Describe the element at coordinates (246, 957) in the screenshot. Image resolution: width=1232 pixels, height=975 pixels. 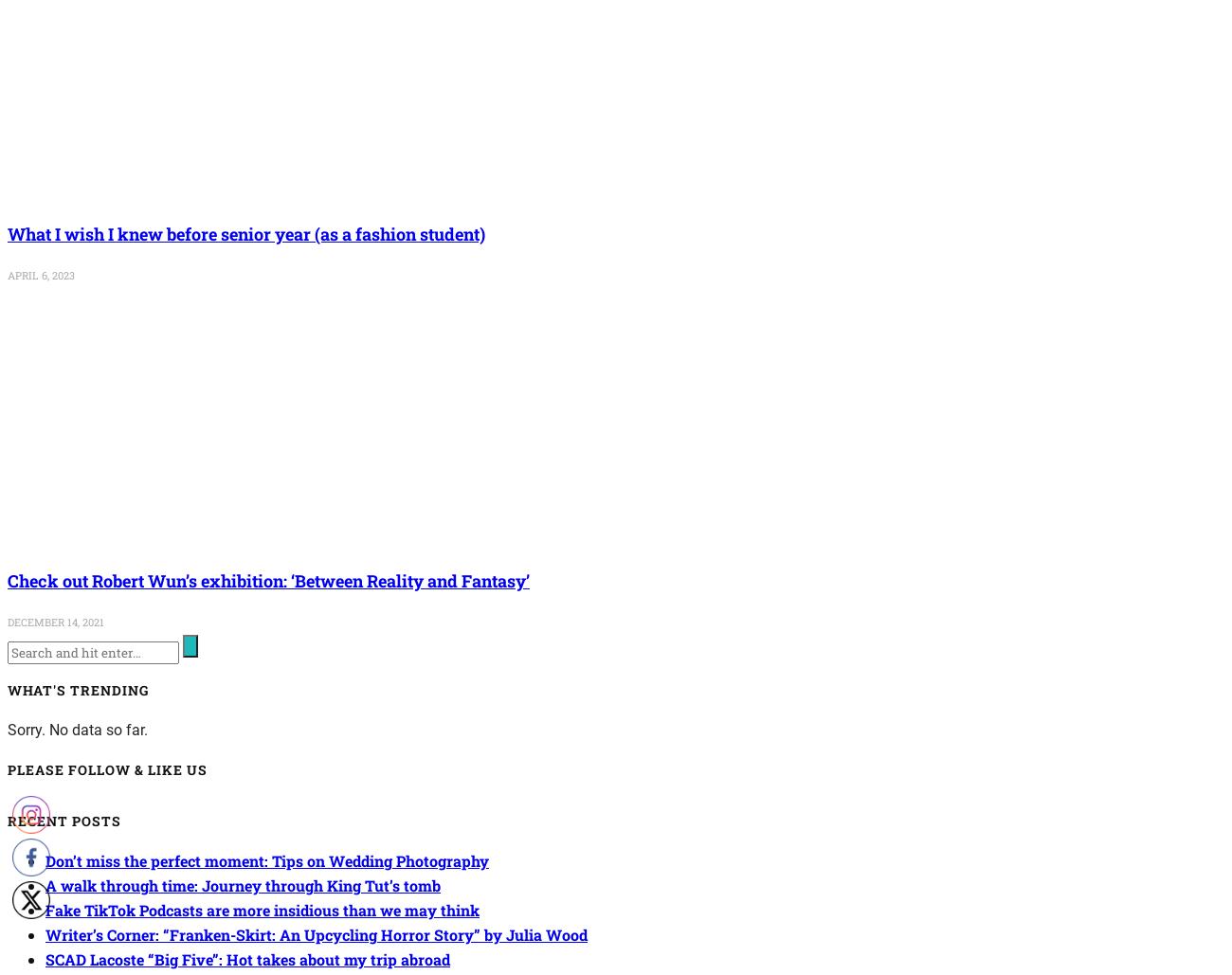
I see `'SCAD Lacoste “Big Five”: Hot takes about my trip abroad'` at that location.